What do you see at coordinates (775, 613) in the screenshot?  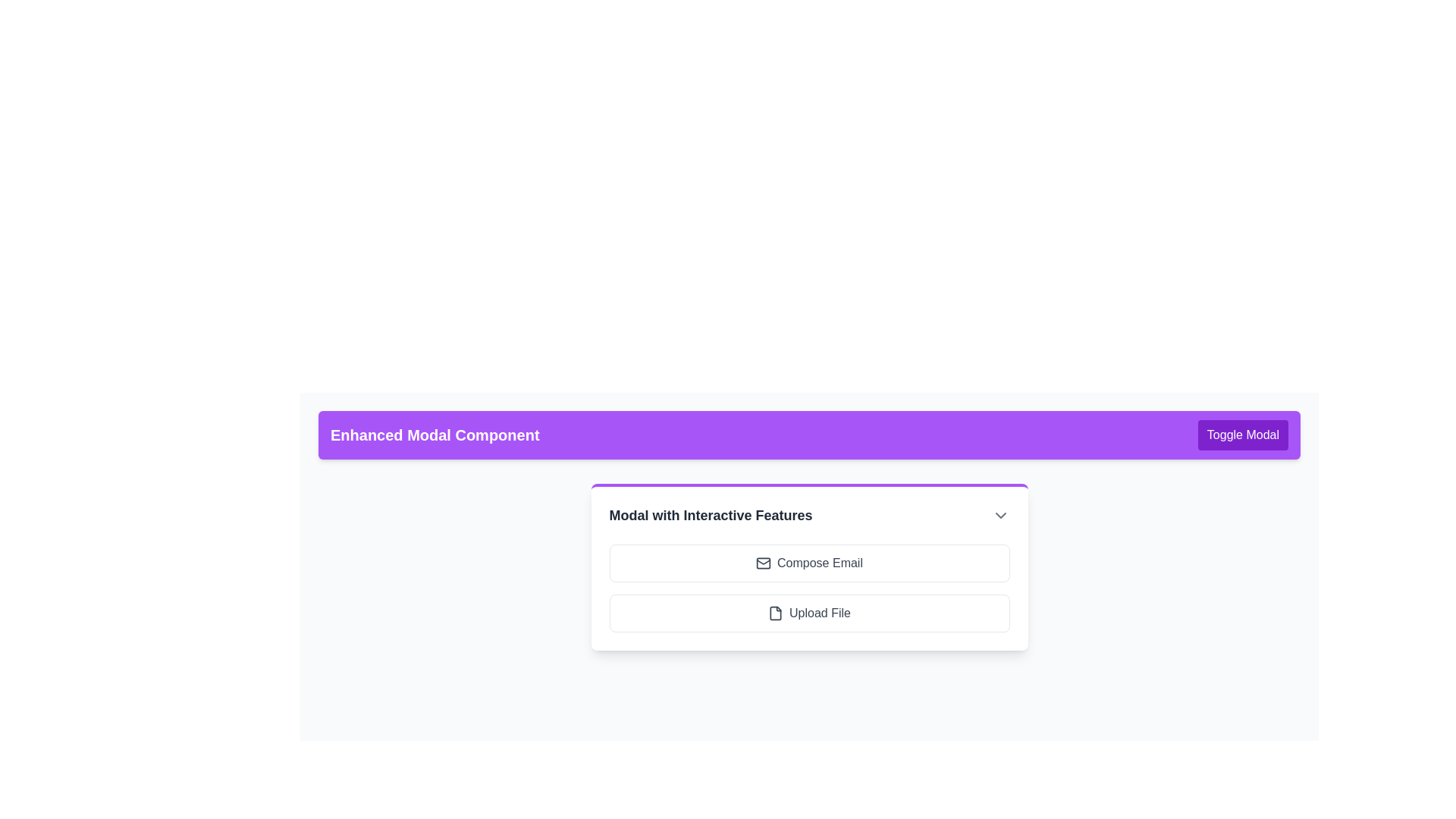 I see `the document icon located in the modal titled 'Modal with Interactive Features', positioned to the left of the 'Upload File' button` at bounding box center [775, 613].